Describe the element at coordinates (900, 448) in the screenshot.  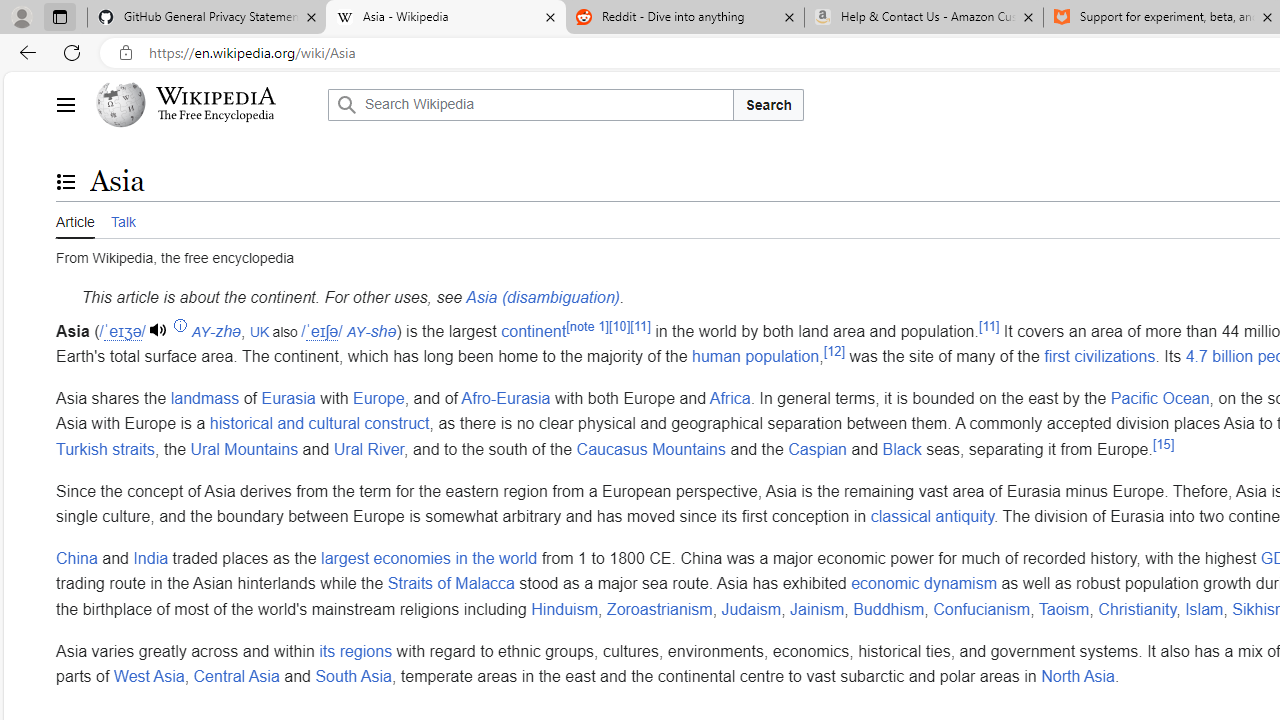
I see `'Black'` at that location.